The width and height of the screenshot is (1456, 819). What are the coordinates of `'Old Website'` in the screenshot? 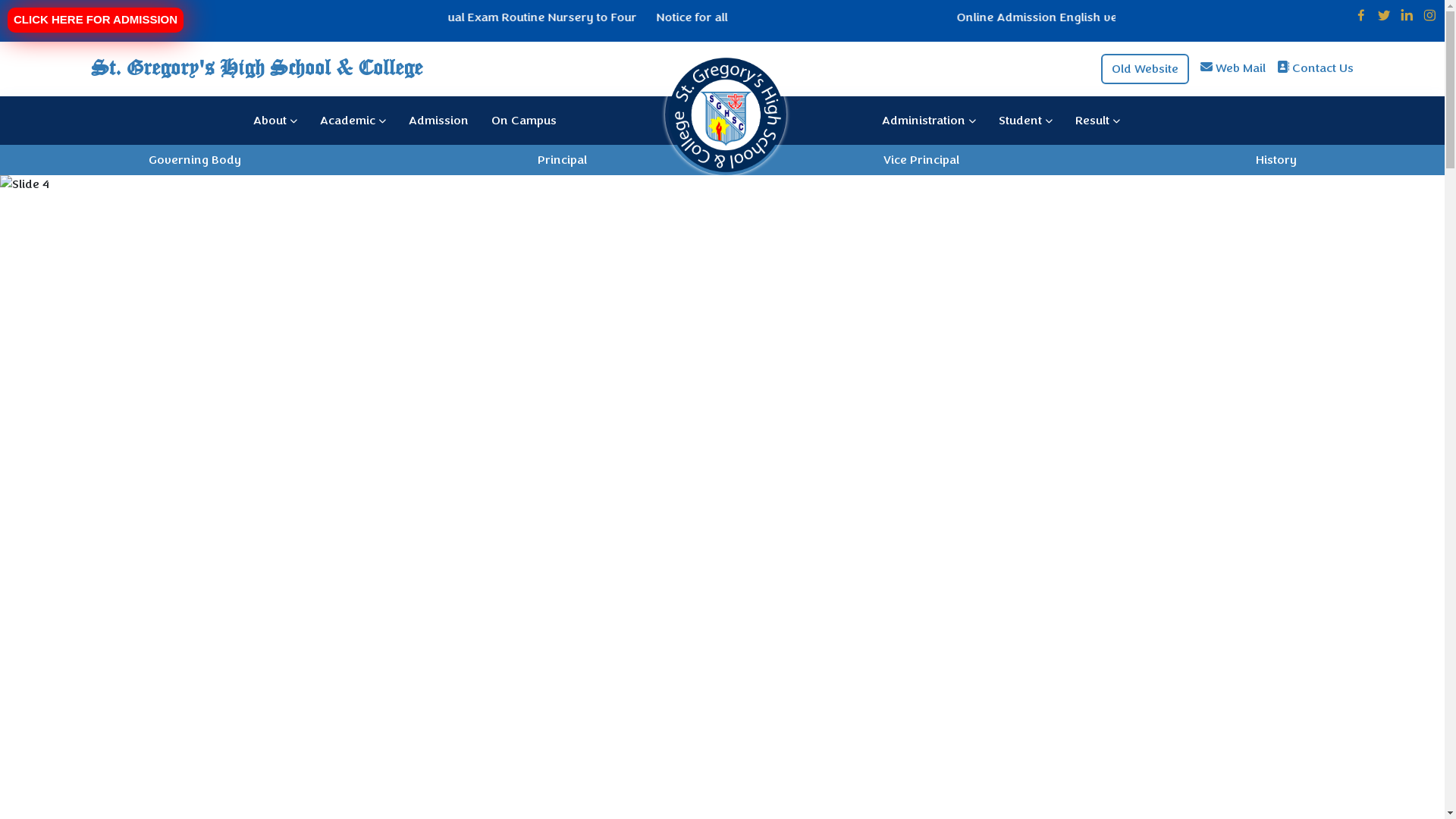 It's located at (1145, 67).